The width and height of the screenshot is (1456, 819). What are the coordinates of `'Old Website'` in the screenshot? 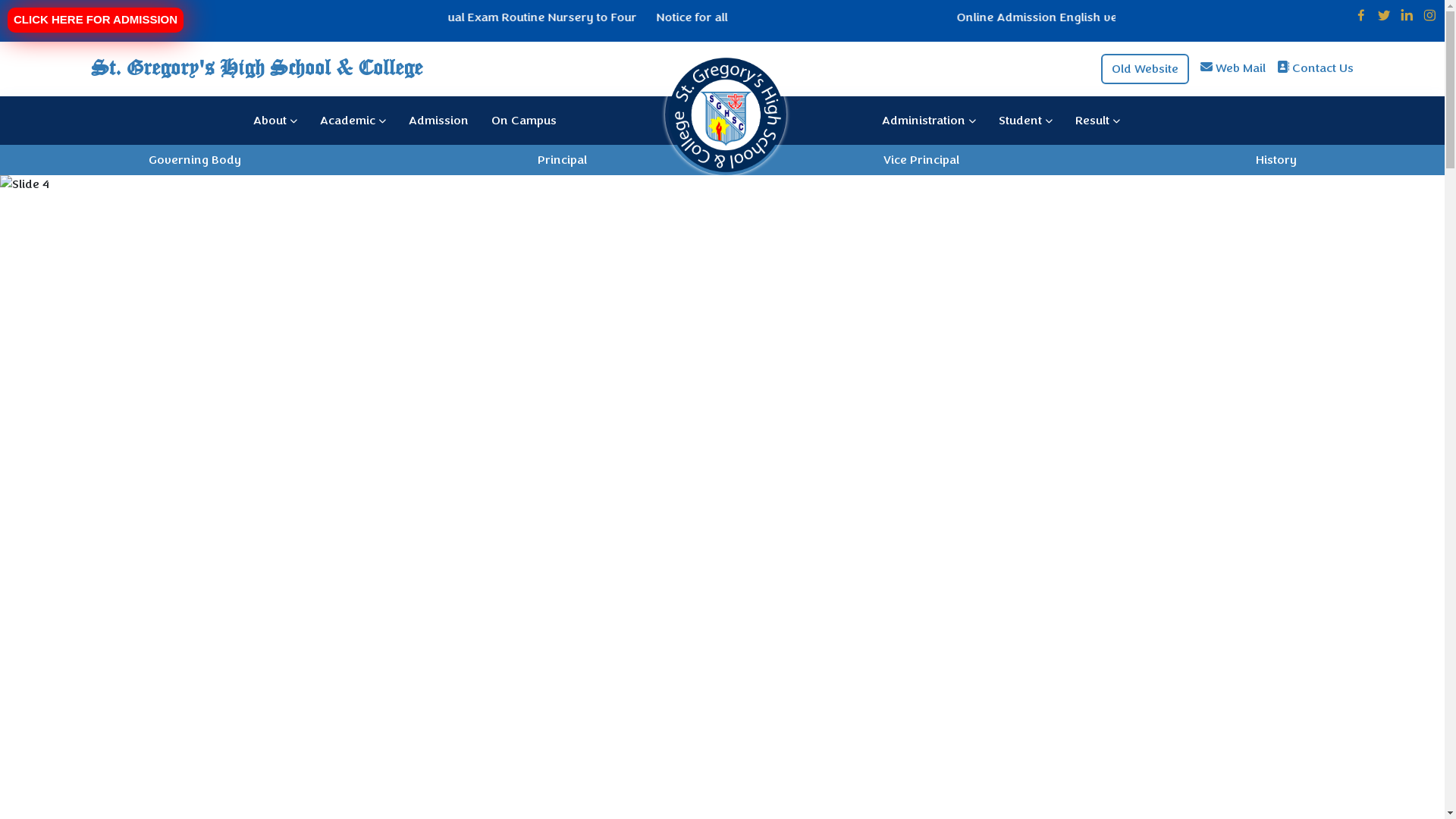 It's located at (1145, 67).